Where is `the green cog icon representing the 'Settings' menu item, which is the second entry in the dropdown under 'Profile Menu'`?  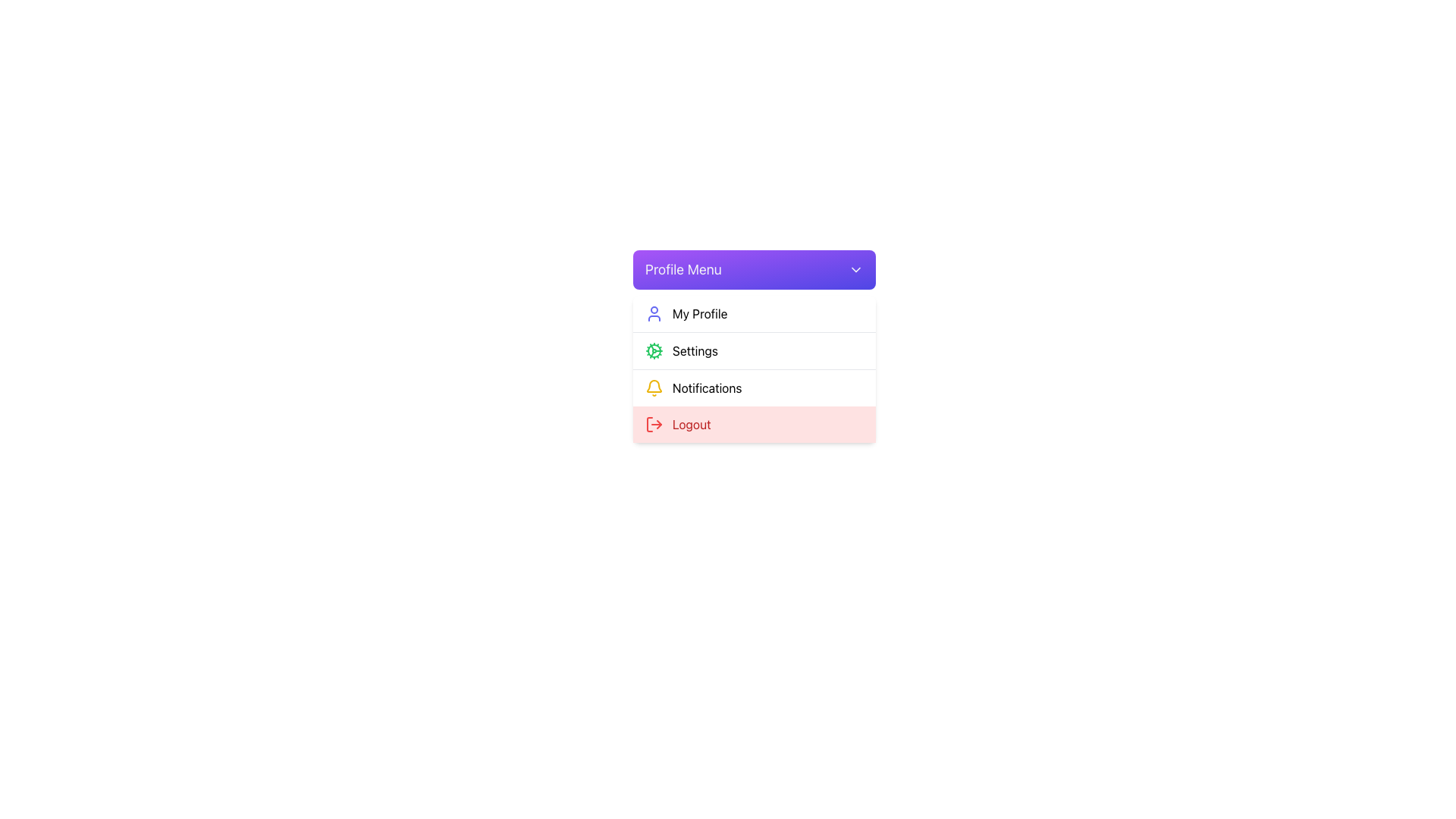
the green cog icon representing the 'Settings' menu item, which is the second entry in the dropdown under 'Profile Menu' is located at coordinates (654, 350).